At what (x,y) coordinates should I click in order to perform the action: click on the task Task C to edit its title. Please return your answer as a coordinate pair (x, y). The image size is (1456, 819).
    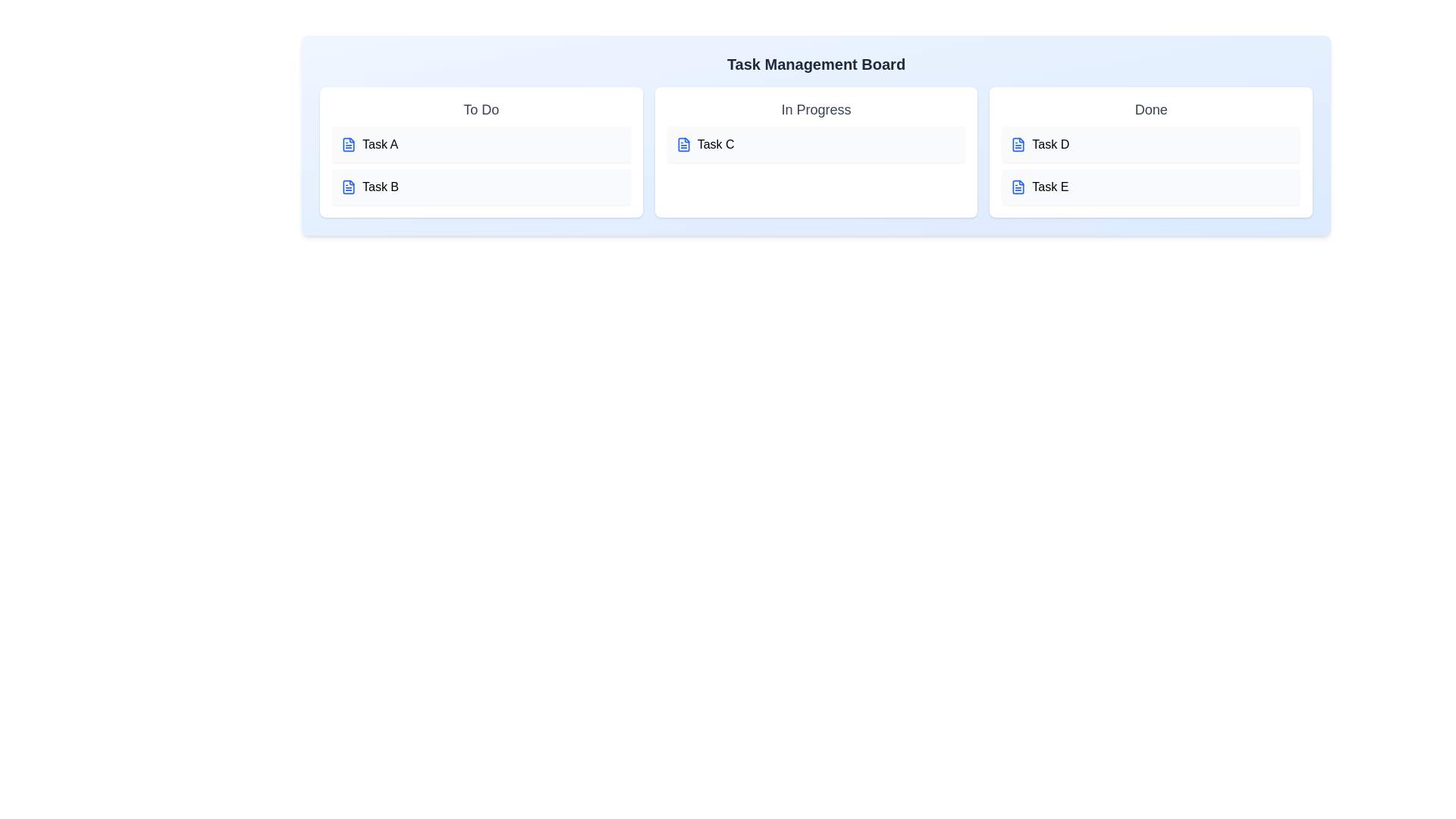
    Looking at the image, I should click on (815, 145).